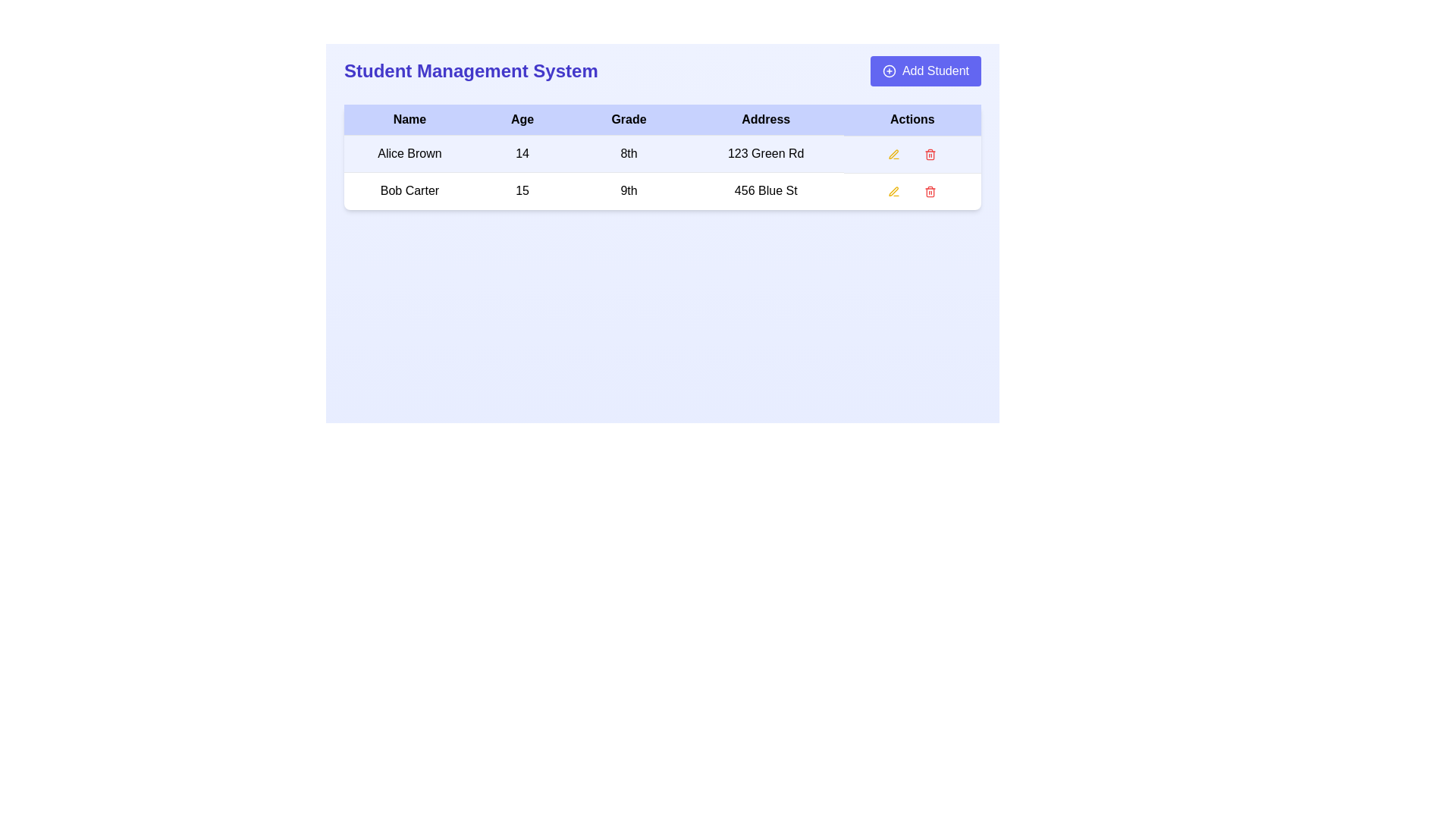 The height and width of the screenshot is (819, 1456). What do you see at coordinates (629, 190) in the screenshot?
I see `the text label displaying '9th' in black font, located in the third column of the second row corresponding to student 'Bob Carter' in the table` at bounding box center [629, 190].